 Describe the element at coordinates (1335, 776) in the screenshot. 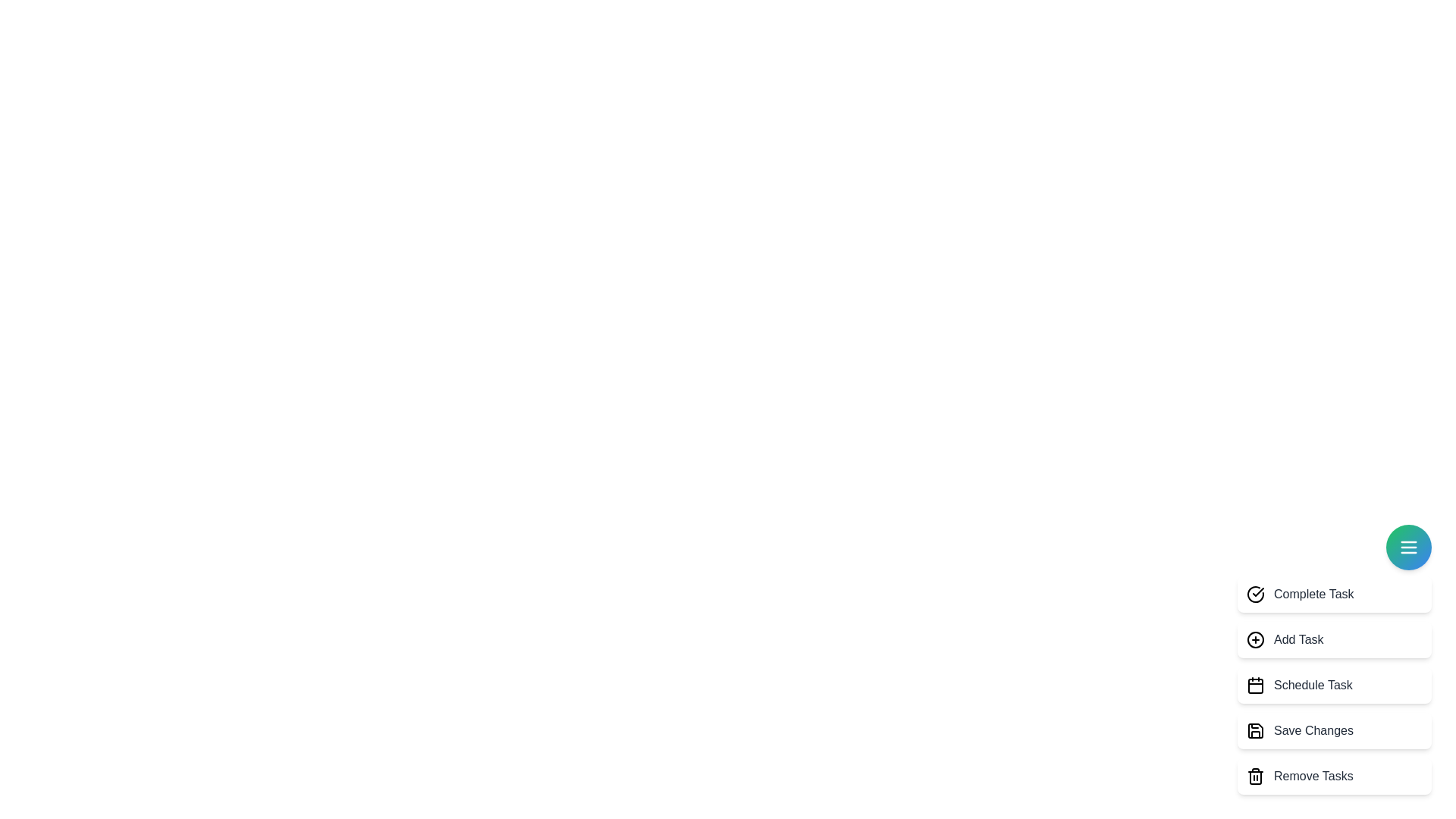

I see `the task option labeled 'Remove Tasks' to select it` at that location.